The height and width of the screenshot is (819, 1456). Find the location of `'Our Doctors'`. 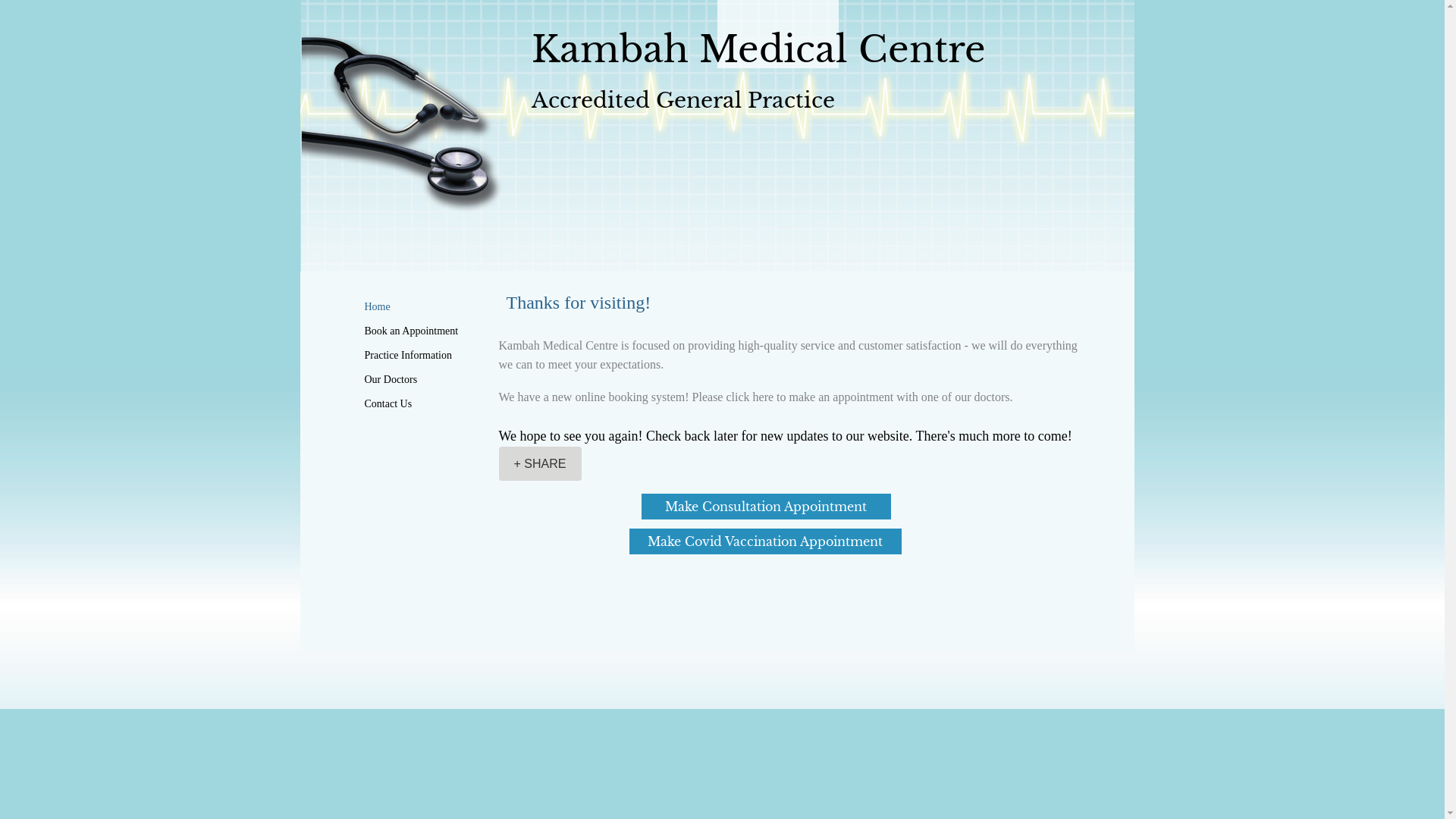

'Our Doctors' is located at coordinates (390, 378).